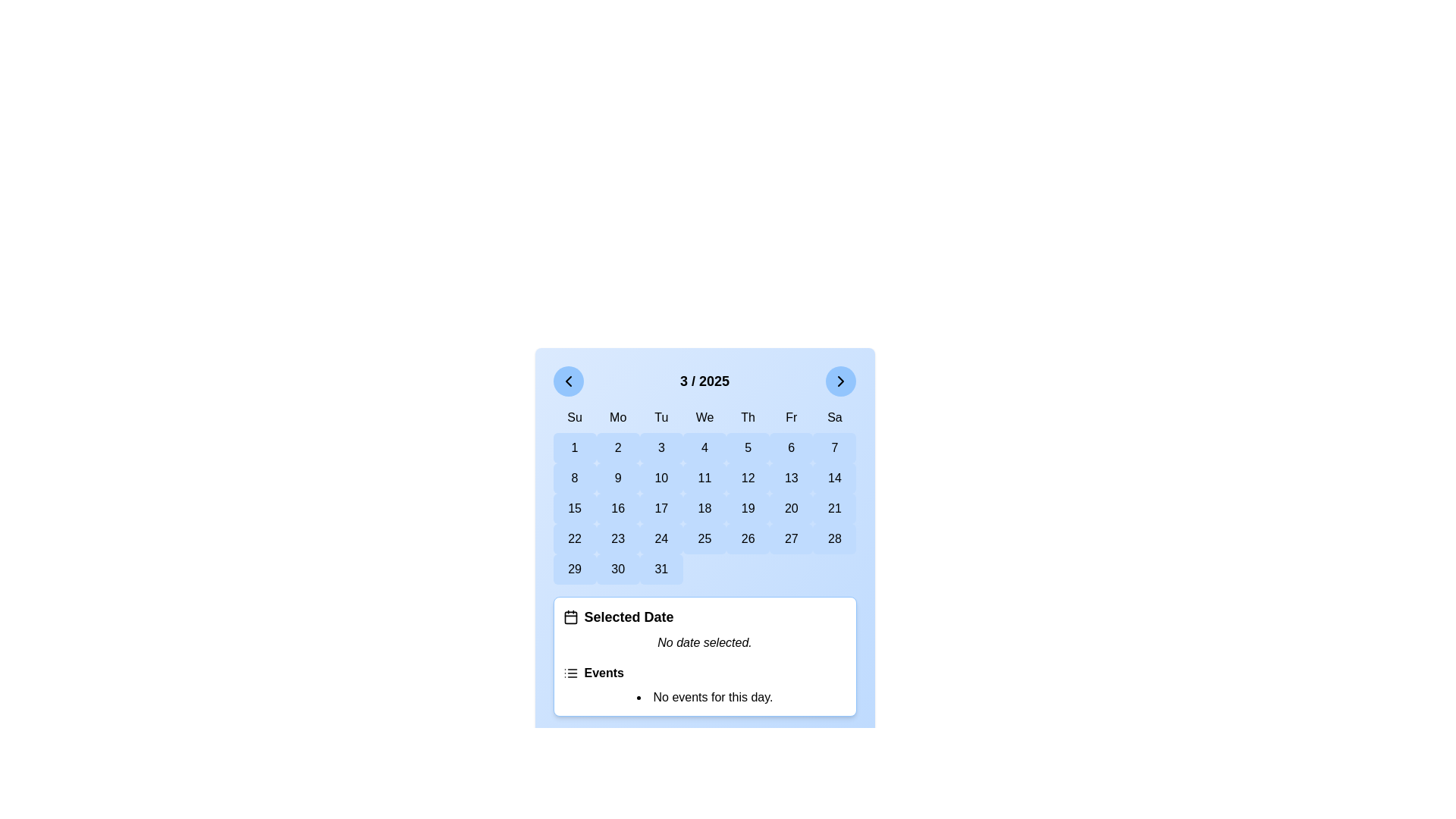  Describe the element at coordinates (661, 570) in the screenshot. I see `the button representing the date '31' in the bottom-right corner of the calendar grid` at that location.